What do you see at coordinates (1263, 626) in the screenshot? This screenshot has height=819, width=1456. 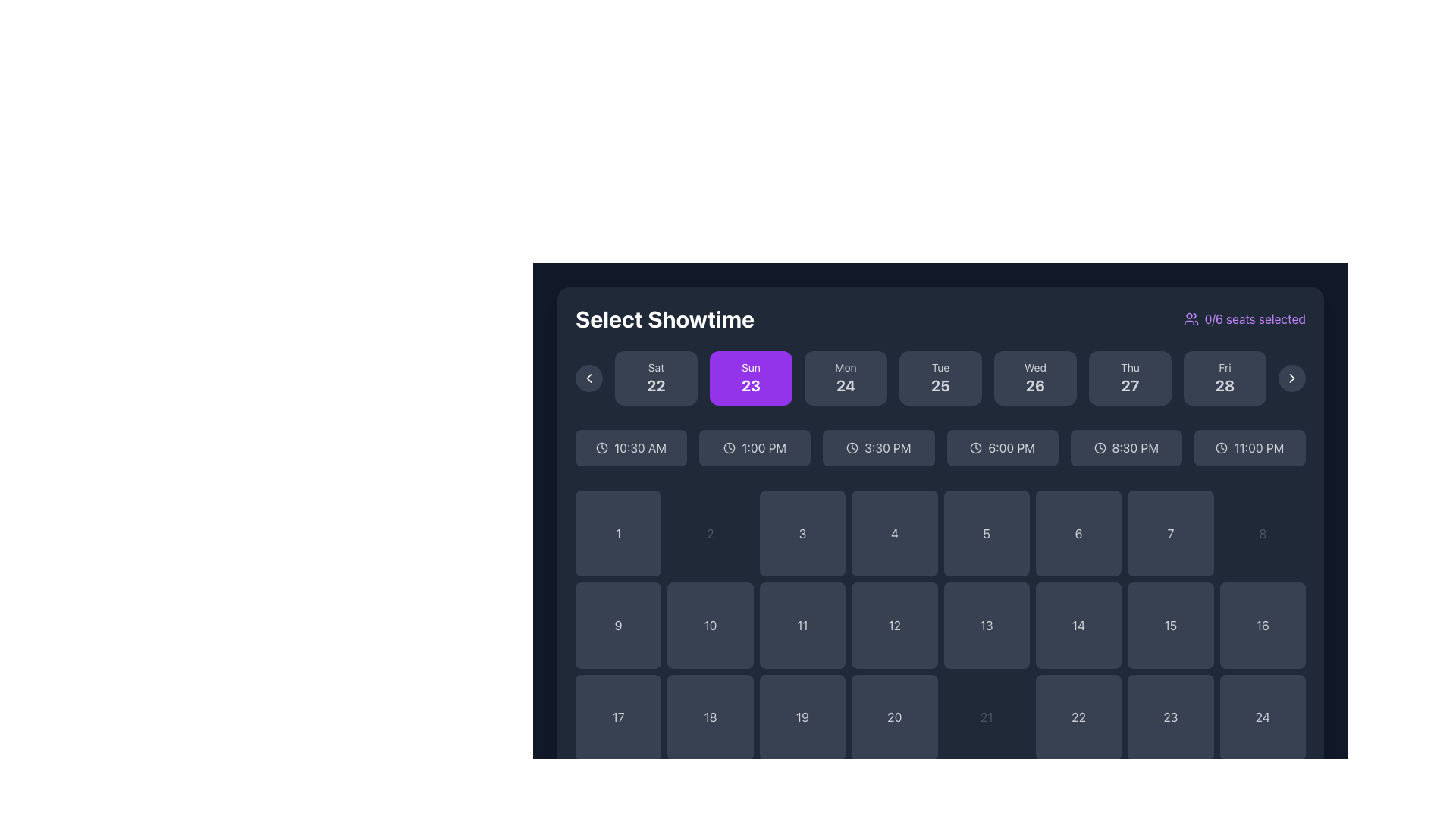 I see `the square button featuring the number '16' centered within it` at bounding box center [1263, 626].